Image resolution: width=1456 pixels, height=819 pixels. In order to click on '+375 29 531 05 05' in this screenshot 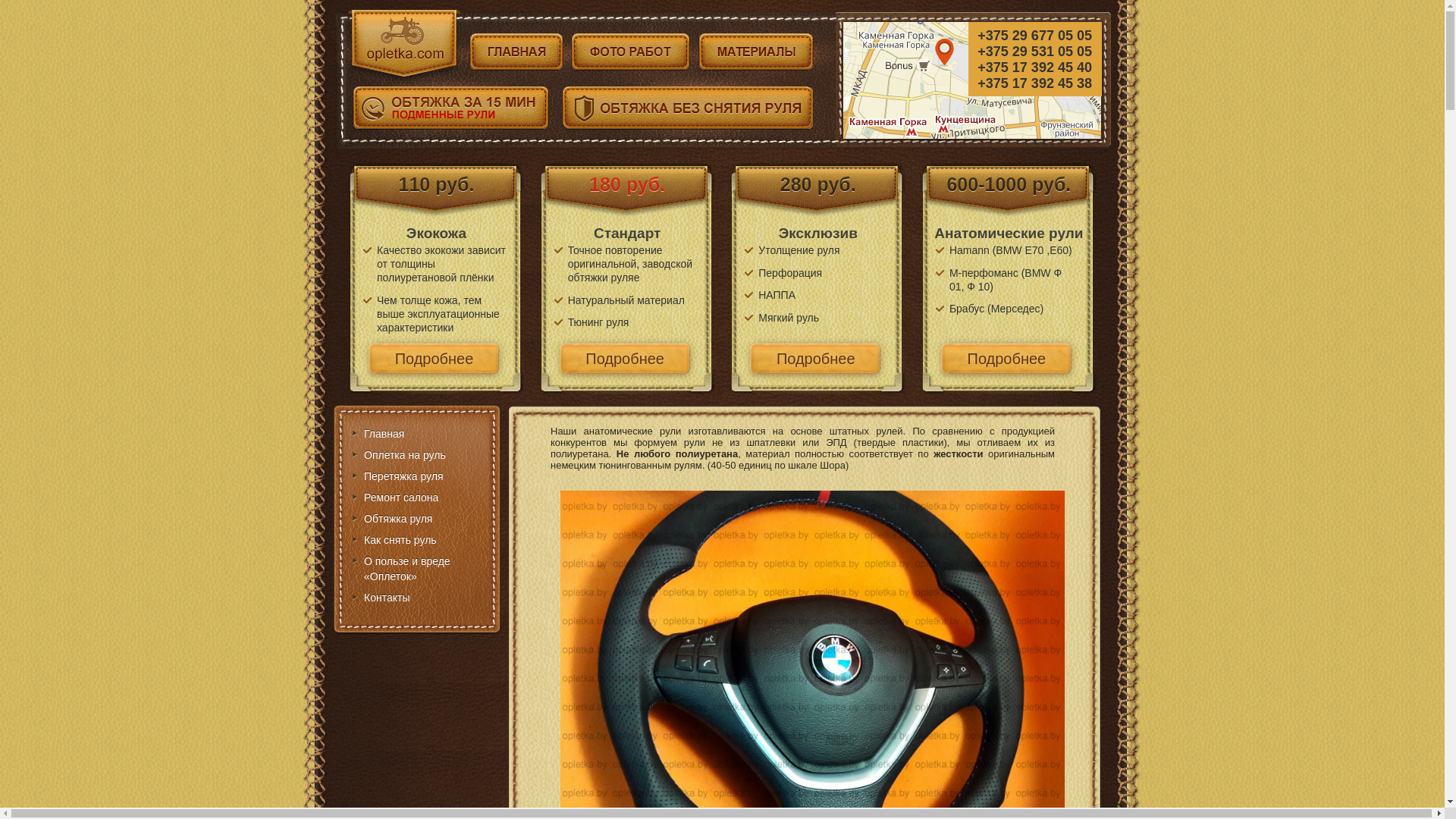, I will do `click(1034, 51)`.